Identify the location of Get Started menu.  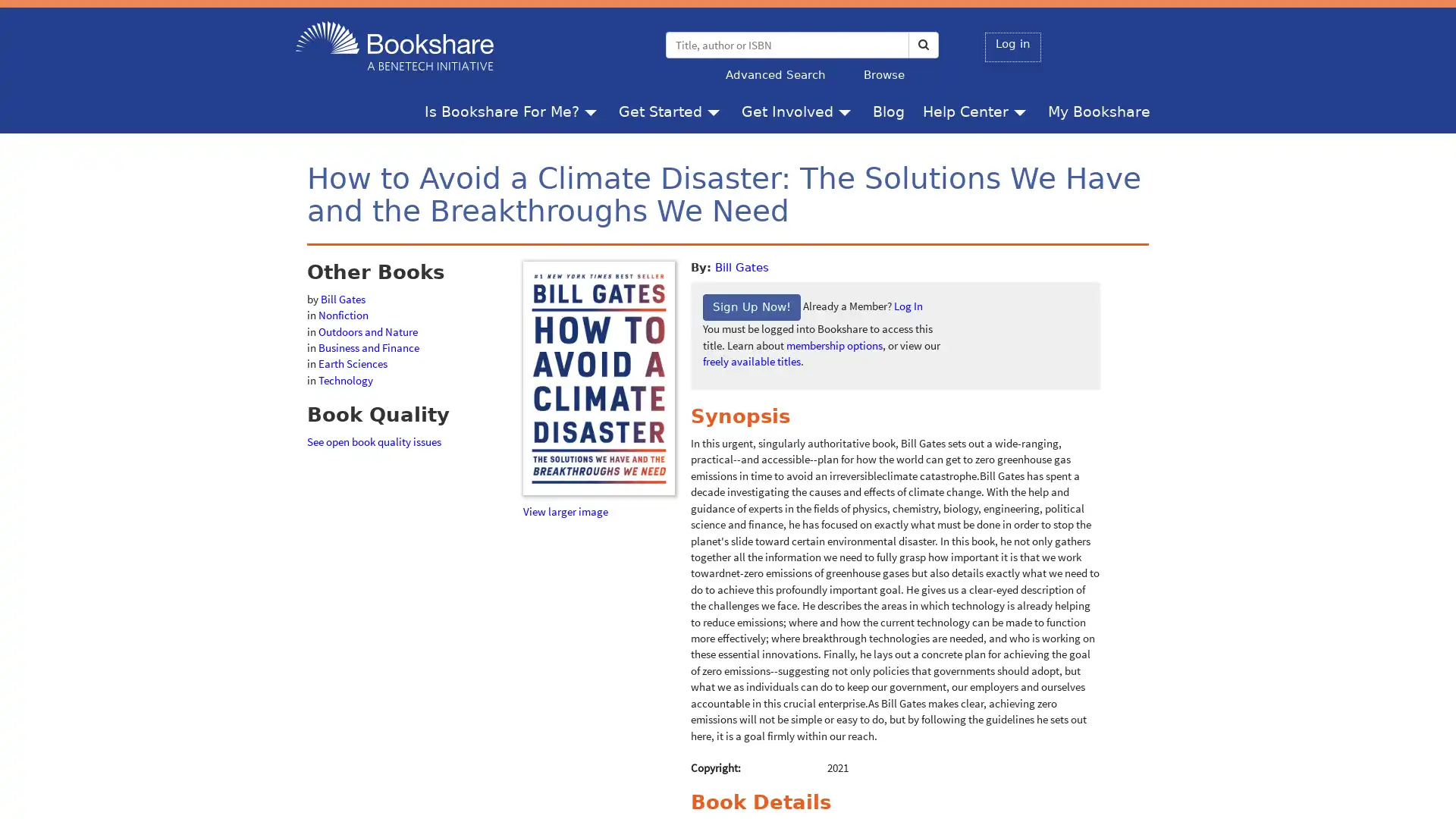
(716, 110).